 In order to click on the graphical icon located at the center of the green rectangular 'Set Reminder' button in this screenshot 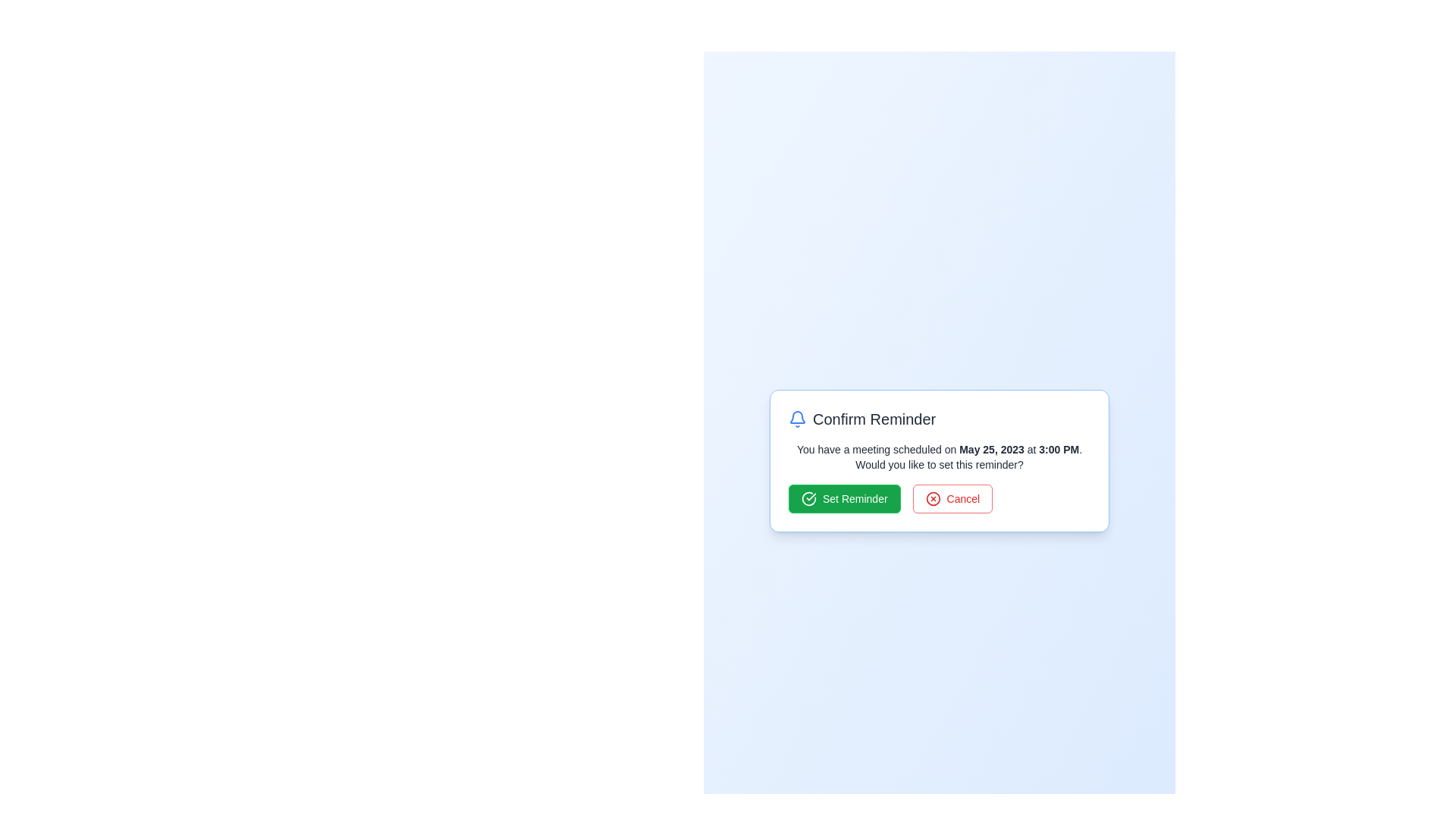, I will do `click(808, 499)`.